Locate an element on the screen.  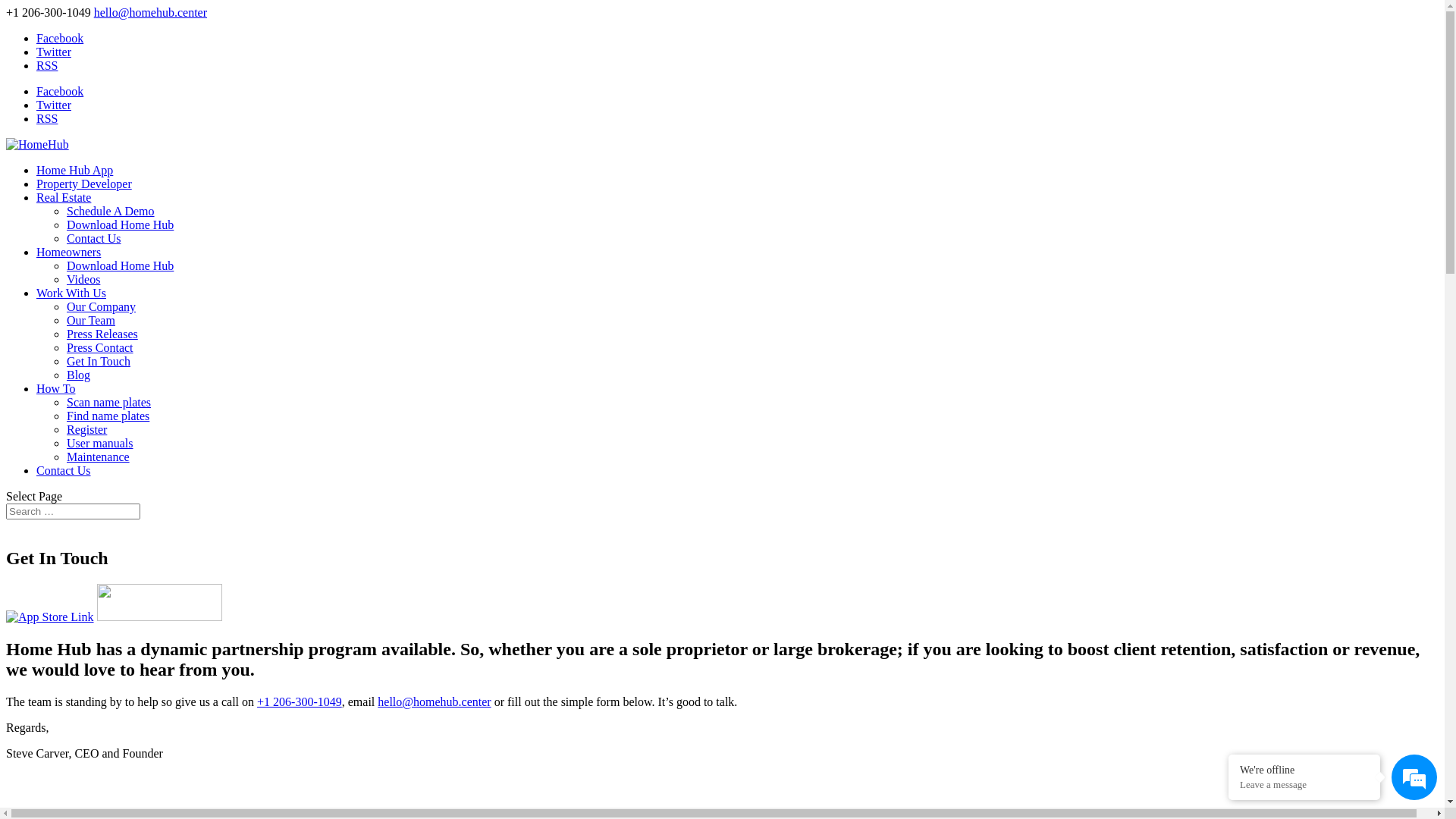
'Scan name plates' is located at coordinates (65, 401).